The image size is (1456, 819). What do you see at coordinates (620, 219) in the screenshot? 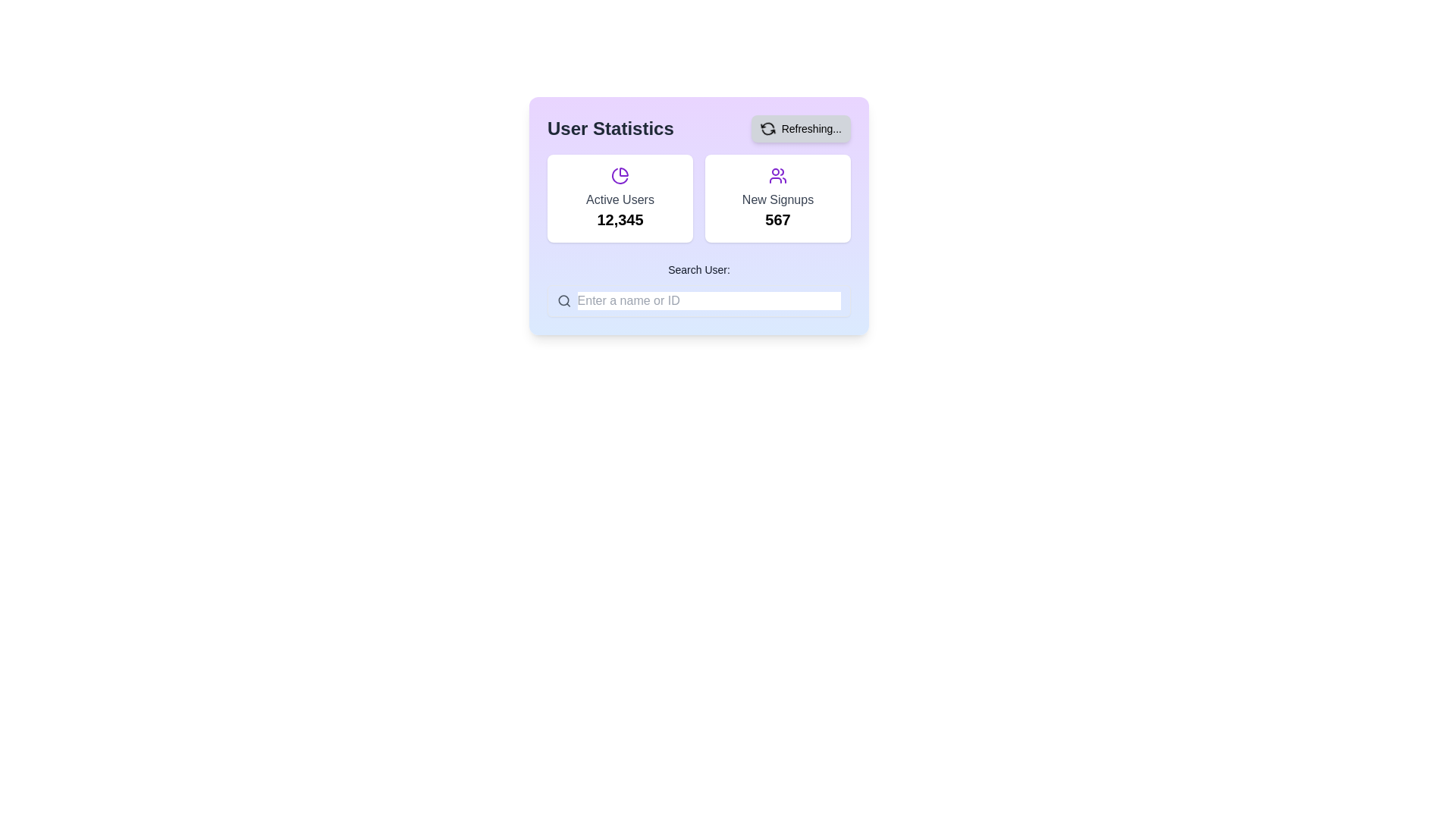
I see `the non-interactive text display that shows the number of active users, located in the 'Active Users' section beneath the label 'Active Users'` at bounding box center [620, 219].